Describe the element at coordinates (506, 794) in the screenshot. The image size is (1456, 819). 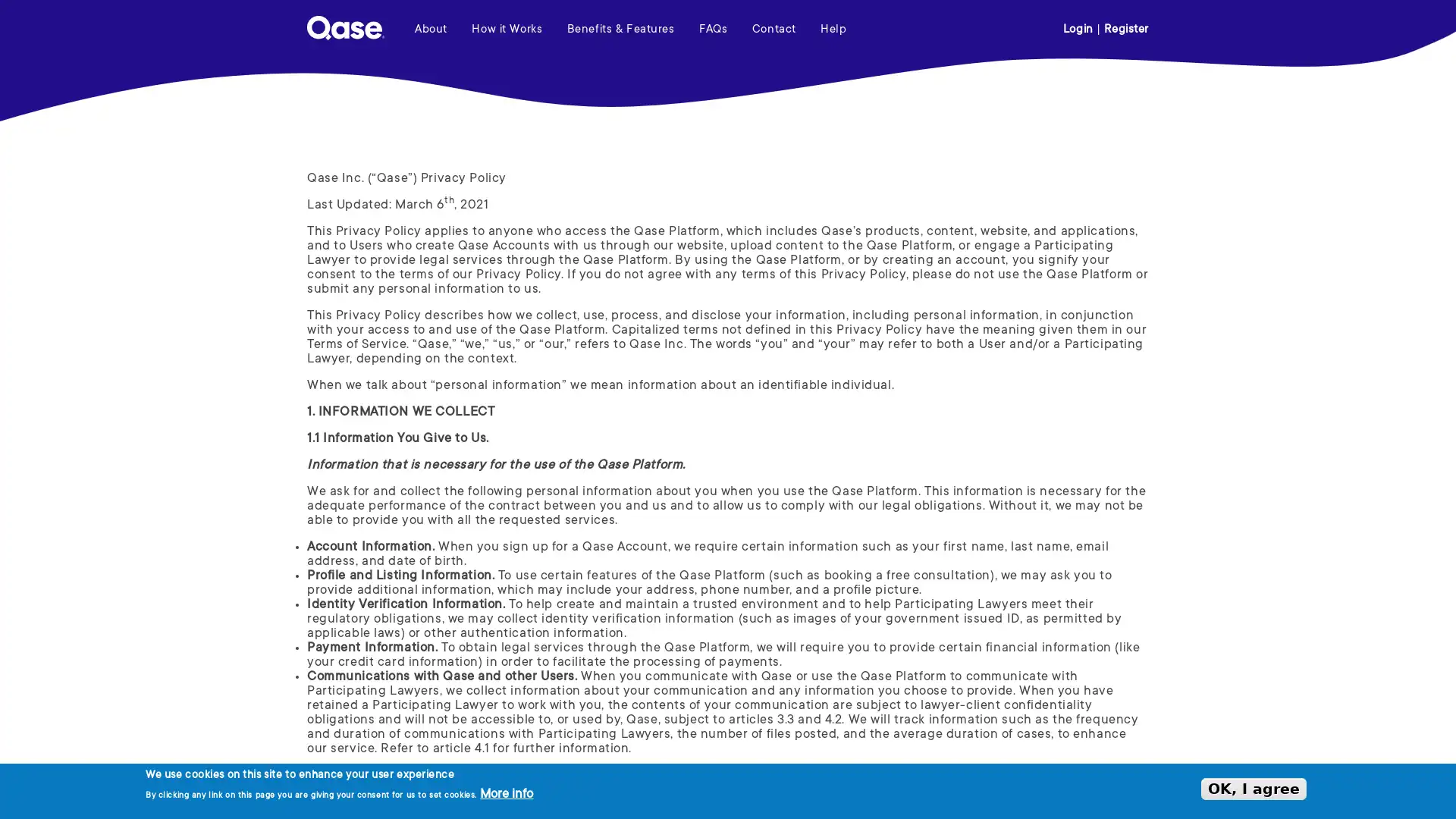
I see `More info` at that location.